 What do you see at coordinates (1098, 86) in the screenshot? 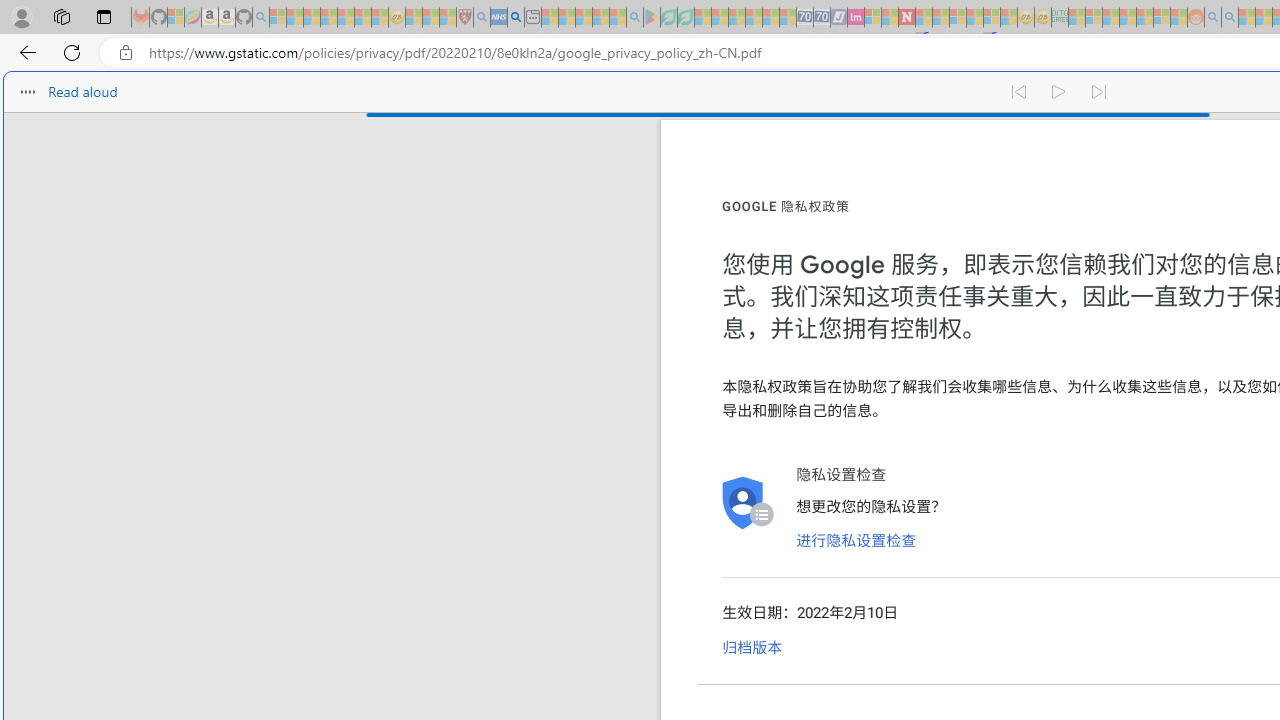
I see `'Read next paragraph'` at bounding box center [1098, 86].